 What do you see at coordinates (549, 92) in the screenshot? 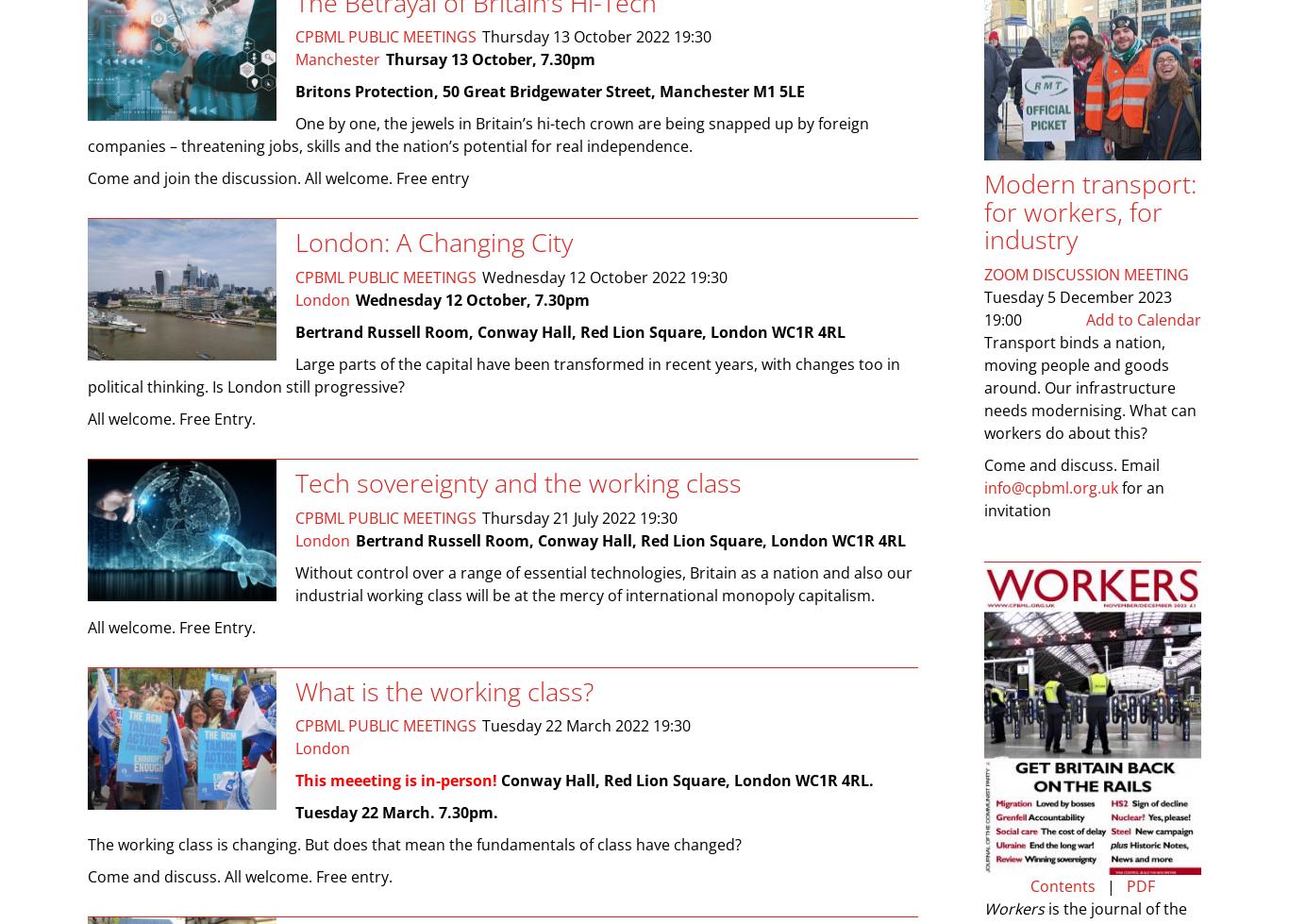
I see `'Britons Protection, 50 Great Bridgewater Street, Manchester M1 5LE'` at bounding box center [549, 92].